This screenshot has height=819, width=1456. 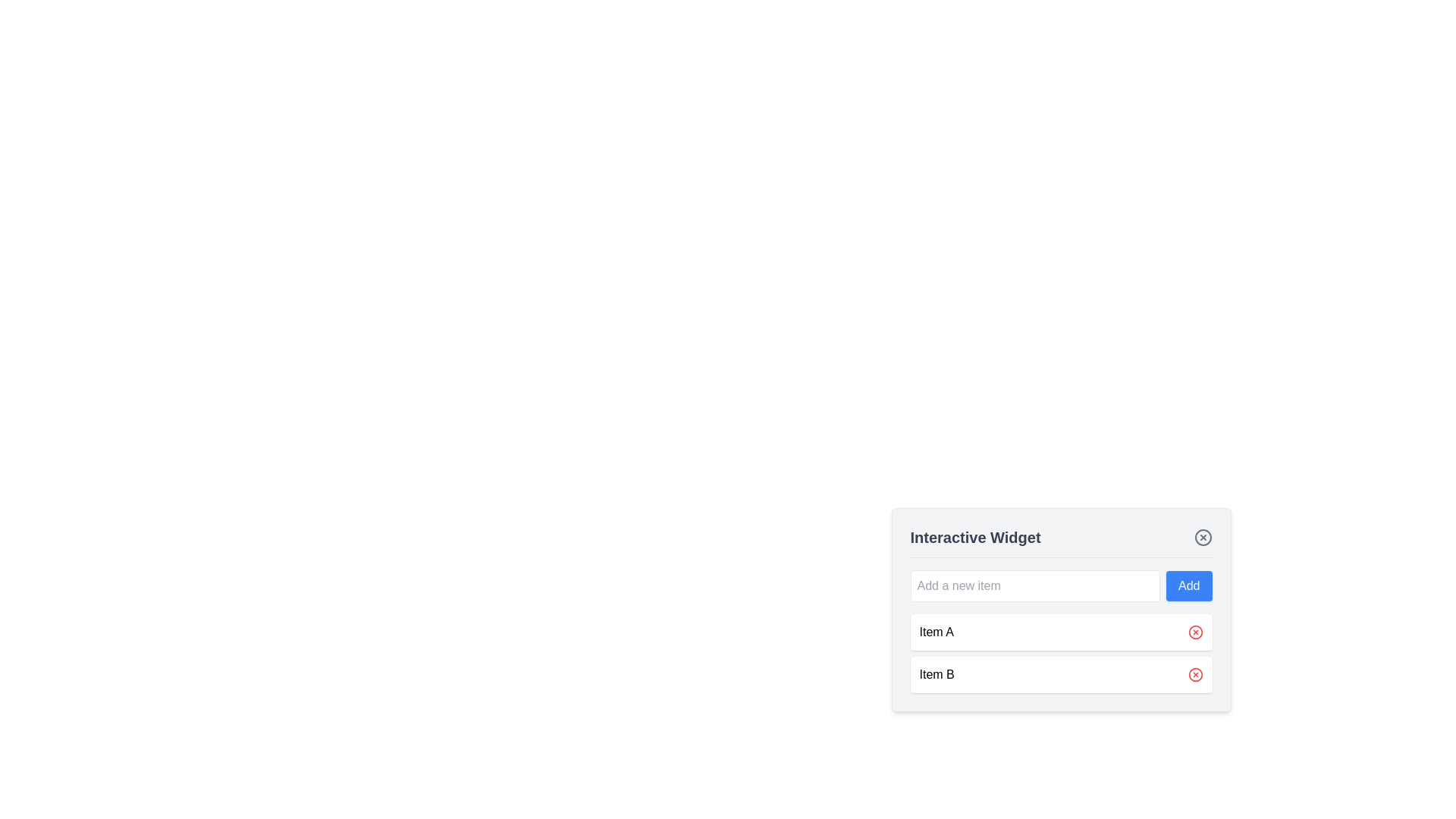 I want to click on the text input within the composite component that allows the user to add new items, located in the 'Interactive Widget' section above the list containing 'Item A' and 'Item B', so click(x=1060, y=585).